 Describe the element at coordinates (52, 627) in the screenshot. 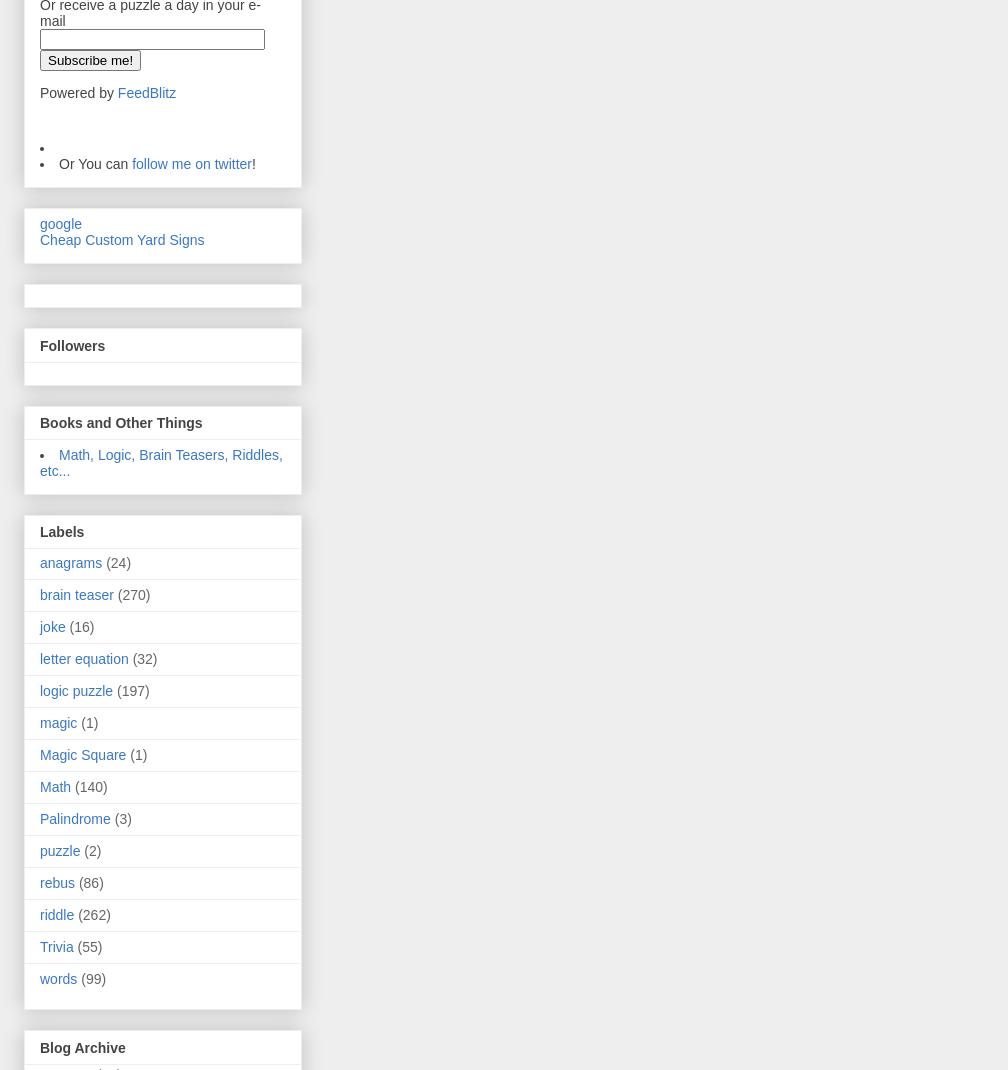

I see `'joke'` at that location.